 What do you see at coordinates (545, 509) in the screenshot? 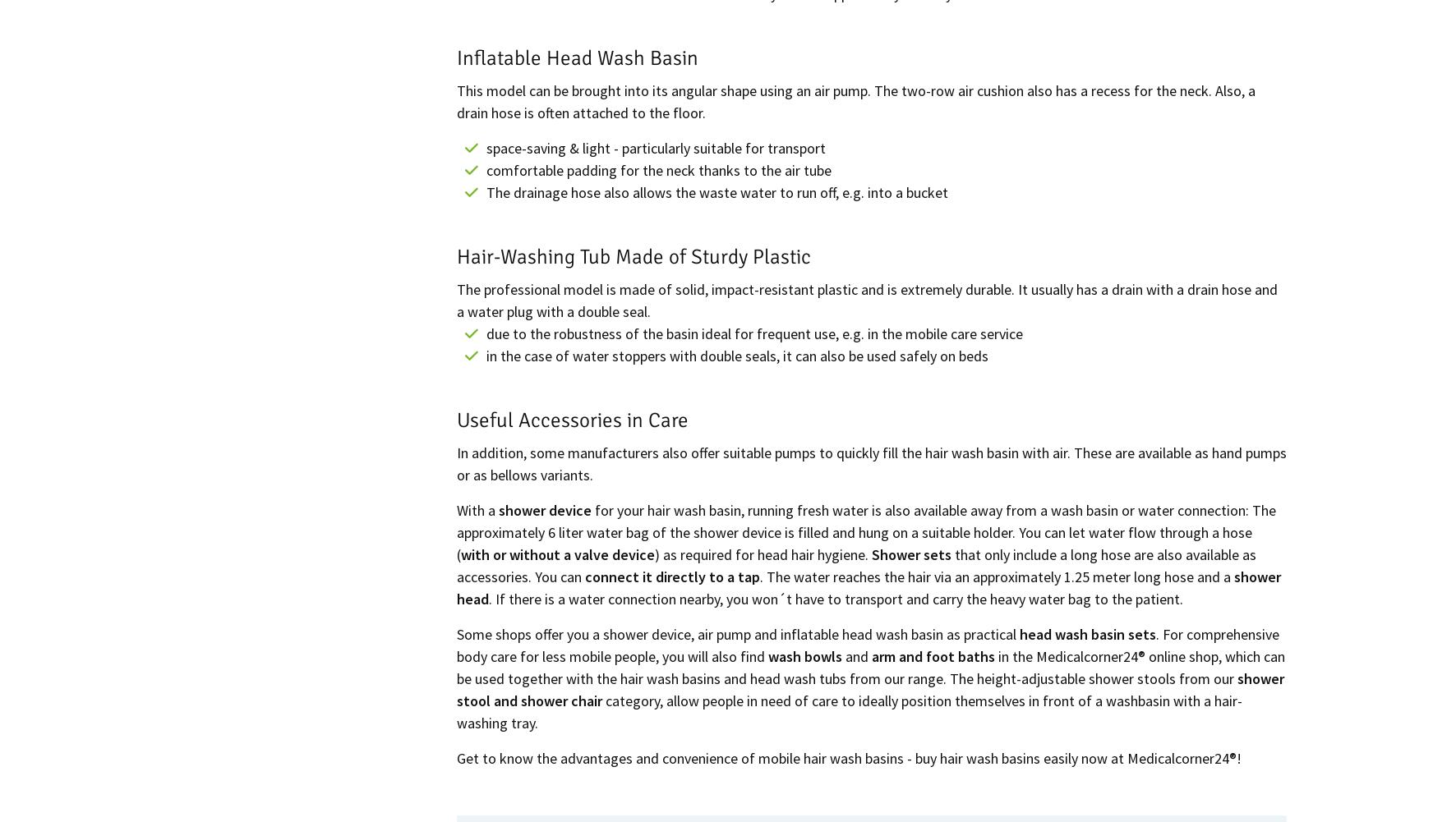
I see `'shower device'` at bounding box center [545, 509].